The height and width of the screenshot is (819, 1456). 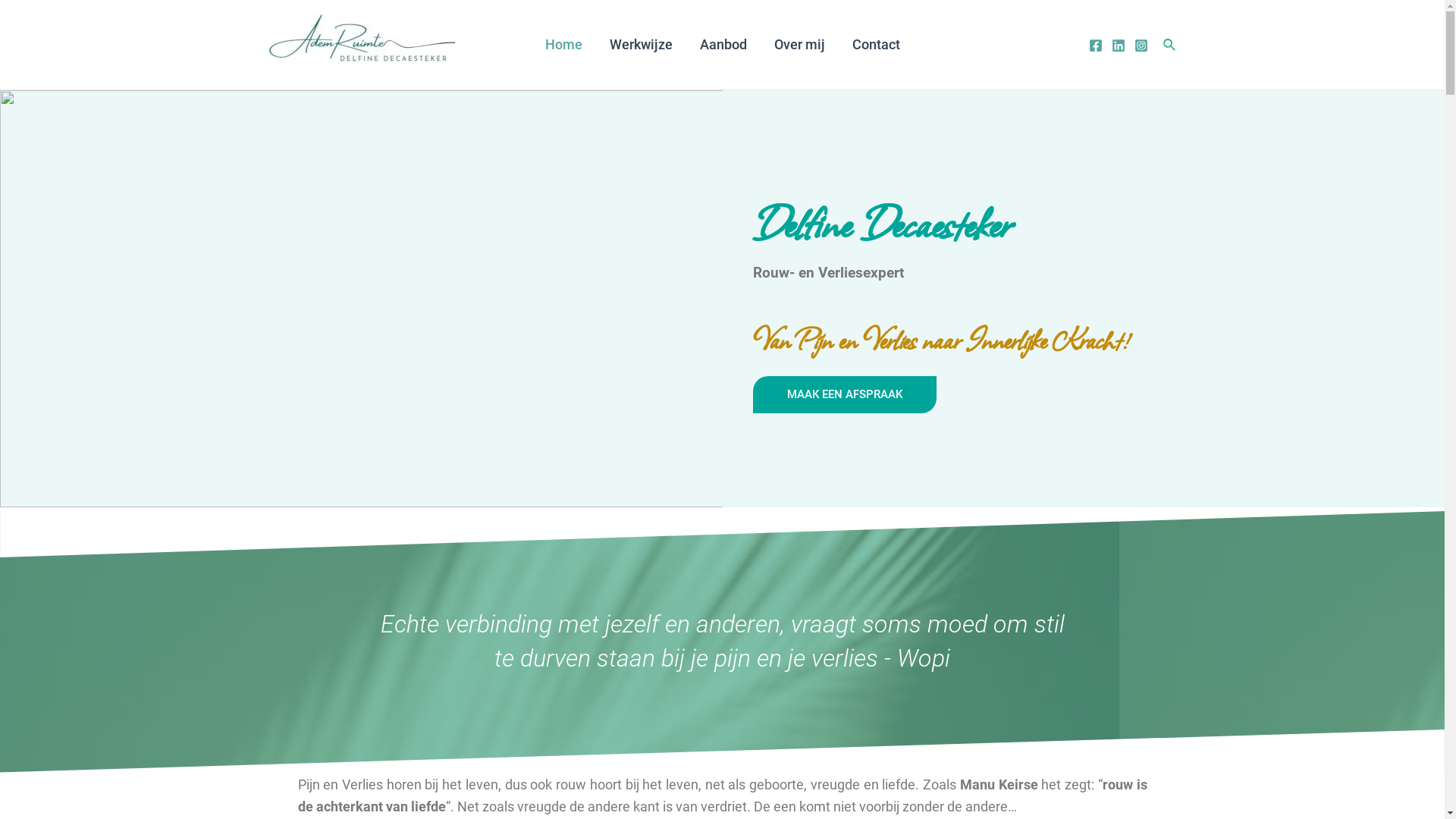 What do you see at coordinates (722, 43) in the screenshot?
I see `'Aanbod'` at bounding box center [722, 43].